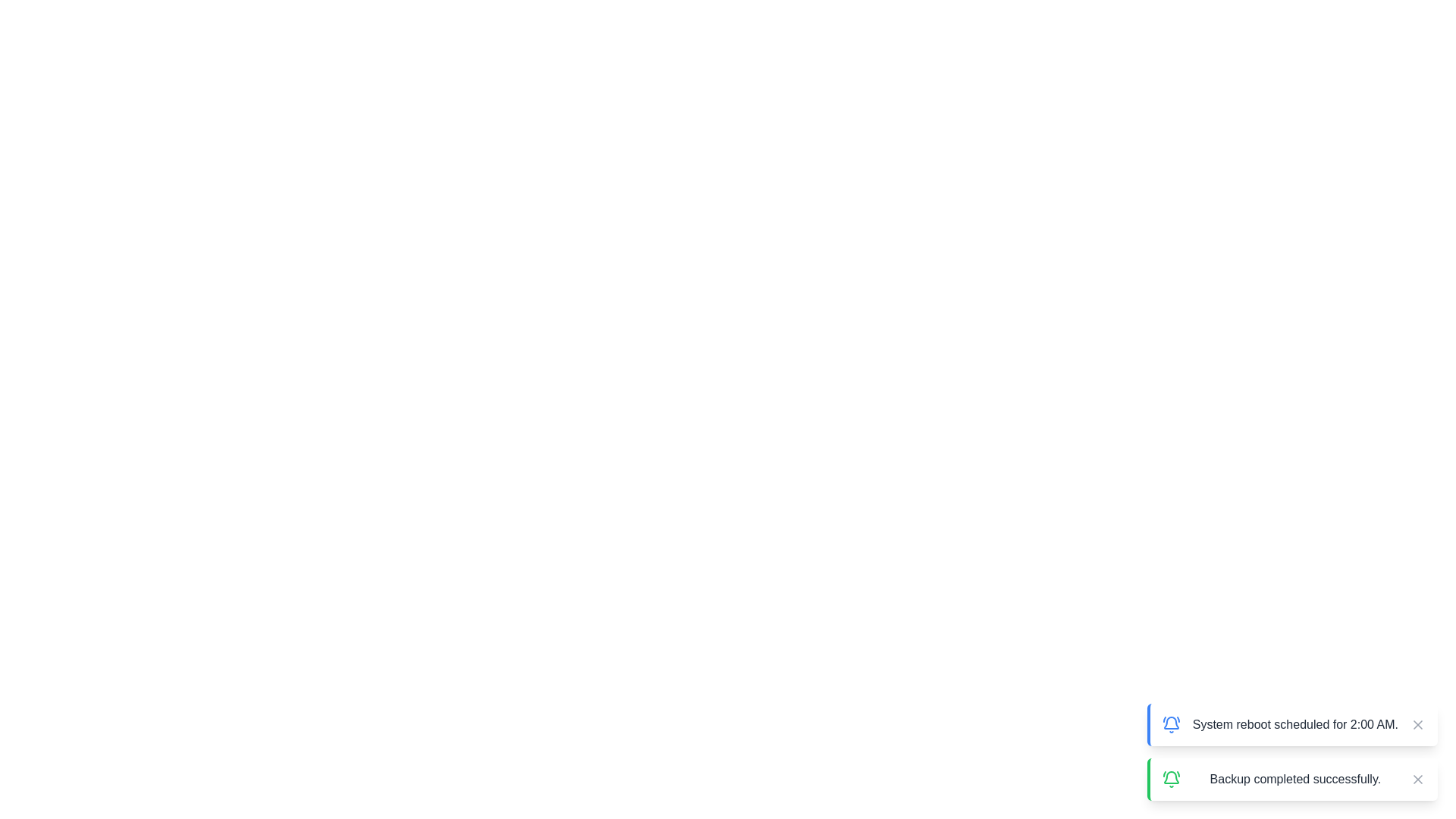 This screenshot has width=1456, height=819. Describe the element at coordinates (1170, 724) in the screenshot. I see `the notification icon to interact with it` at that location.